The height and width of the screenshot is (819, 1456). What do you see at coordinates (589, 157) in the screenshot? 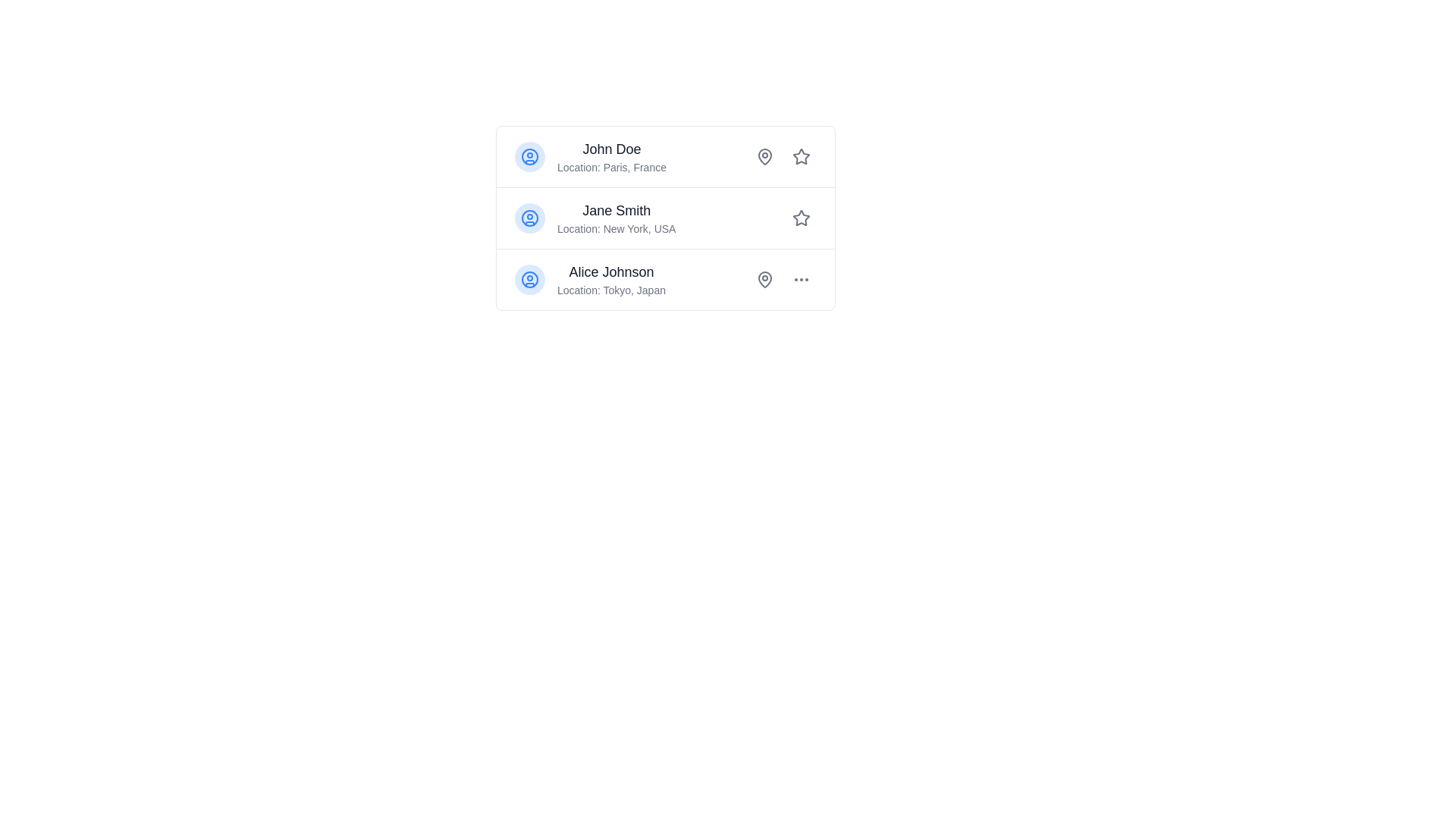
I see `the profile display for 'John Doe', which is the first entry in the user profiles list` at bounding box center [589, 157].